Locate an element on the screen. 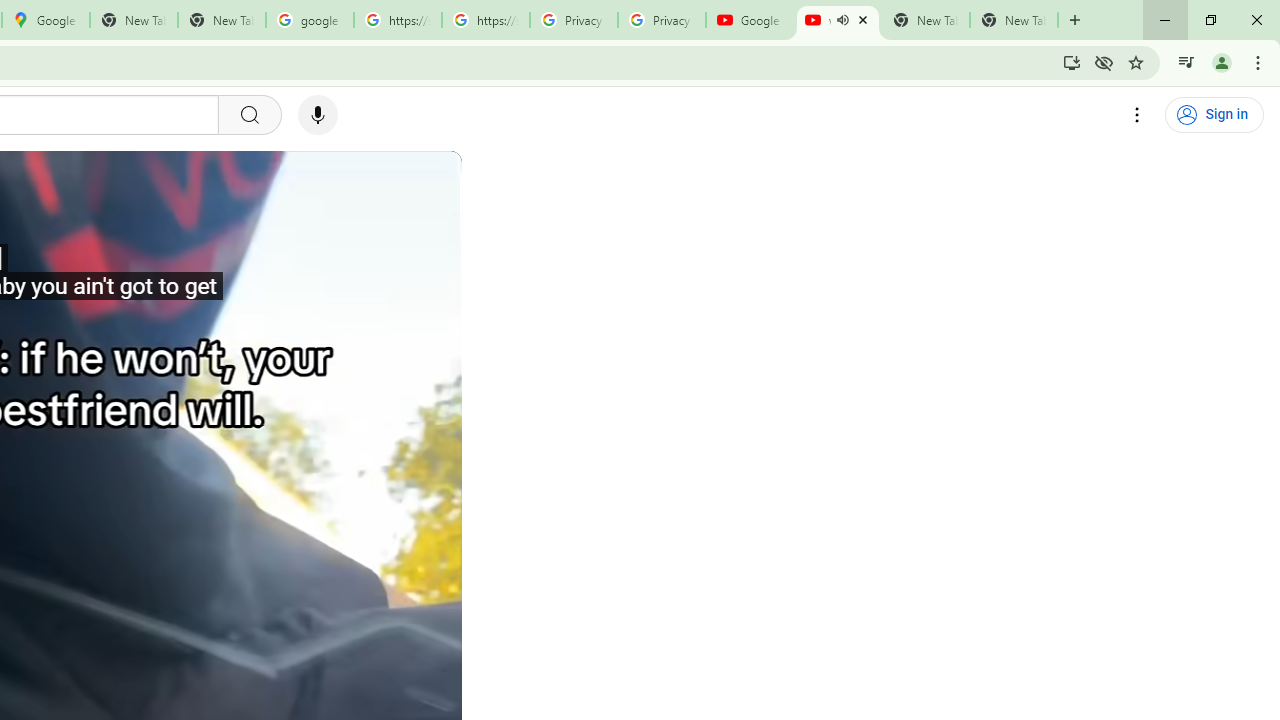 This screenshot has height=720, width=1280. 'https://scholar.google.com/' is located at coordinates (485, 20).